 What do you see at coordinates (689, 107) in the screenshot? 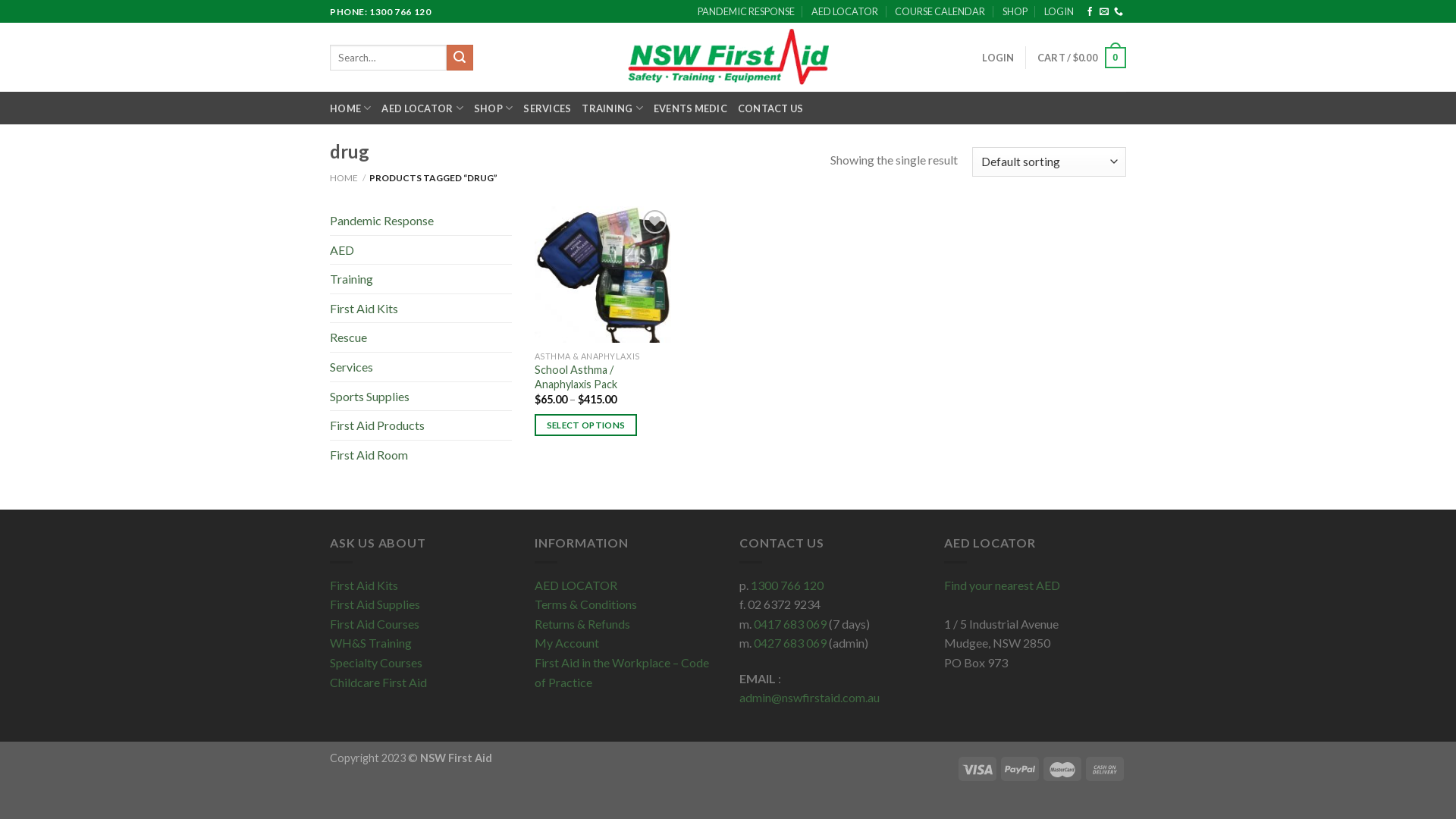
I see `'EVENTS MEDIC'` at bounding box center [689, 107].